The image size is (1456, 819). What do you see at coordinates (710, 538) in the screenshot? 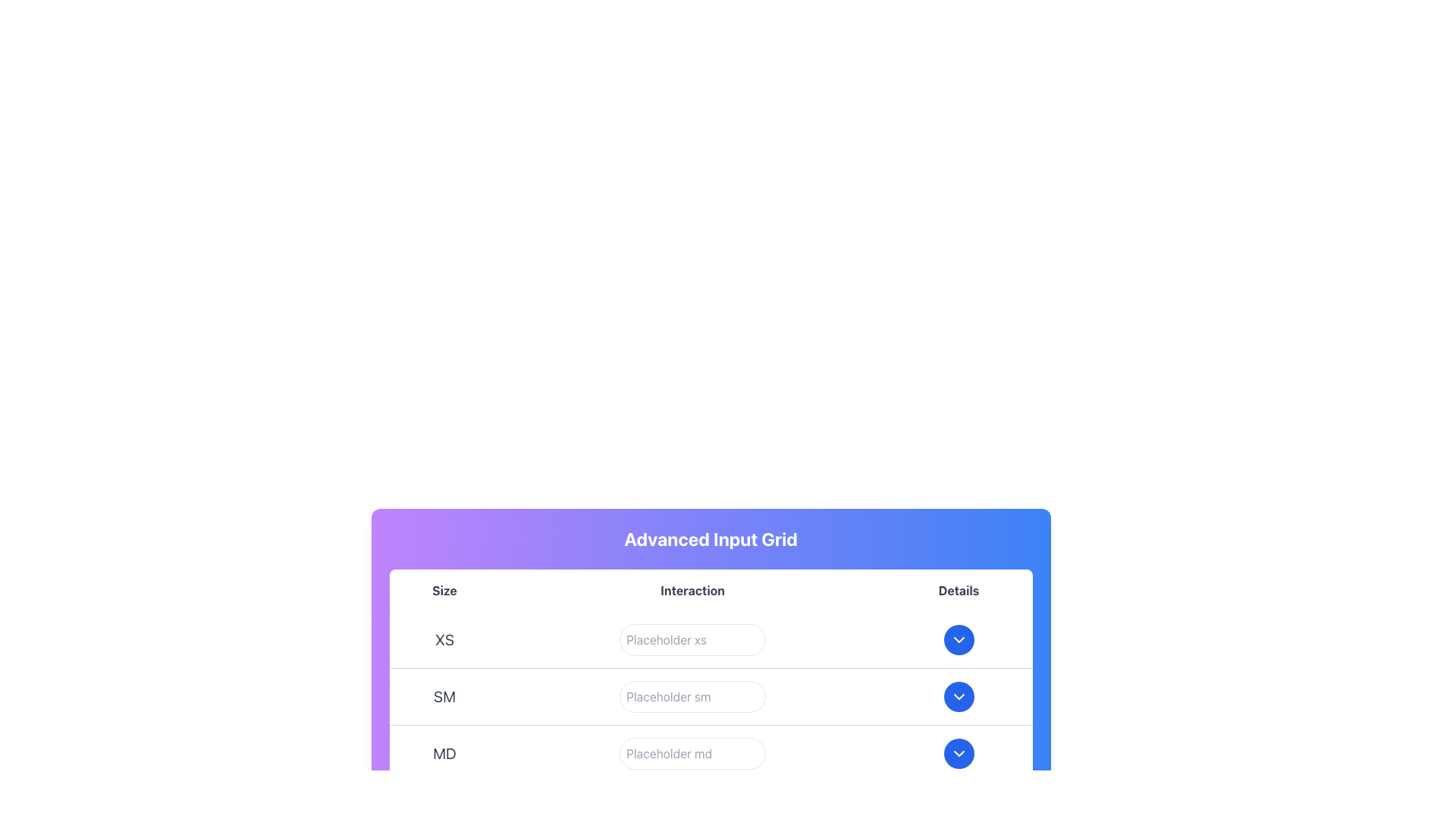
I see `the text label displaying 'Advanced Input Grid', which is styled in bold, large white font and centered within a gradient background` at bounding box center [710, 538].